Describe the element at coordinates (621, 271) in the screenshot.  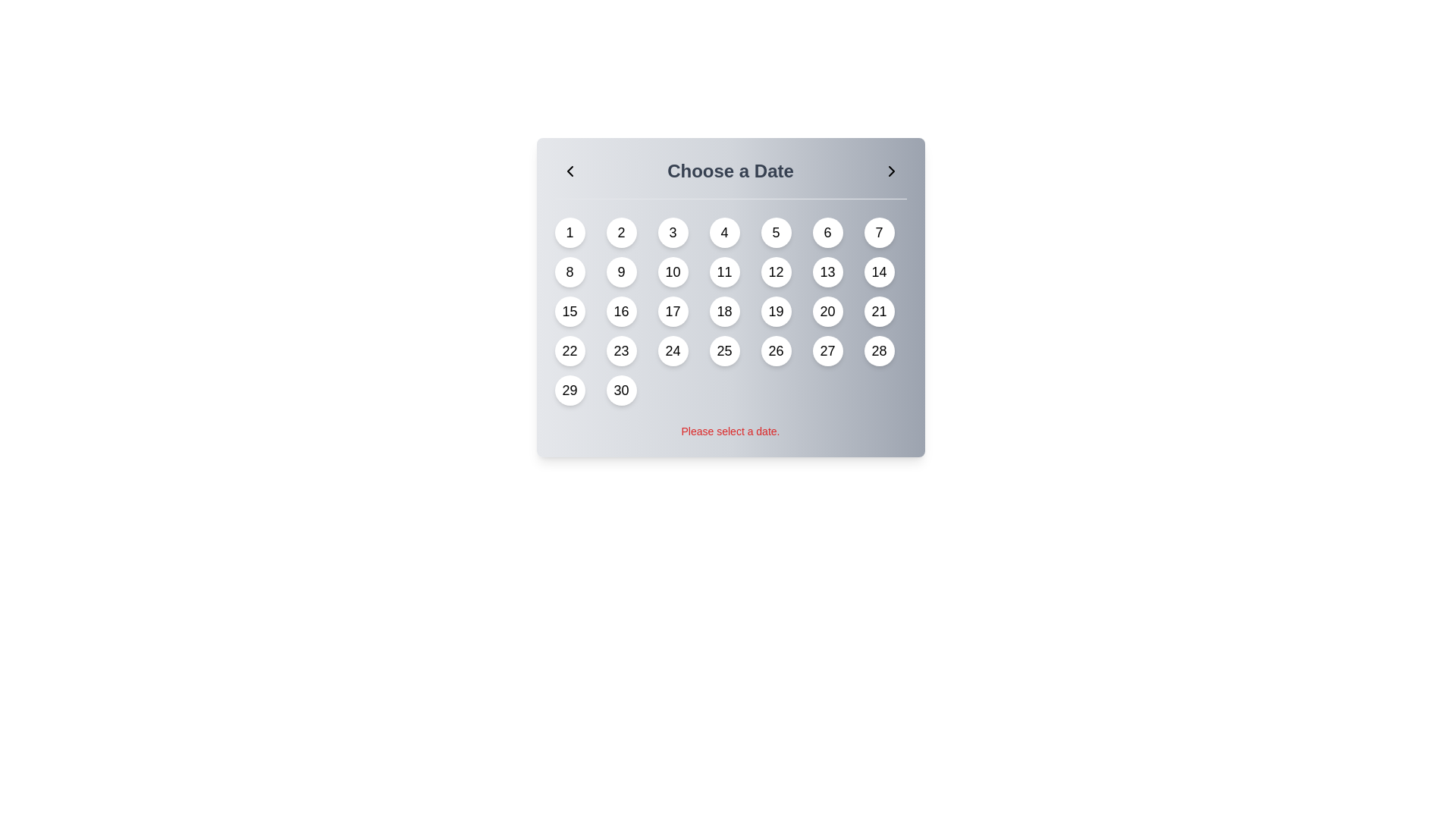
I see `the circular button labeled '9' in the second row and second column of the calendar grid` at that location.